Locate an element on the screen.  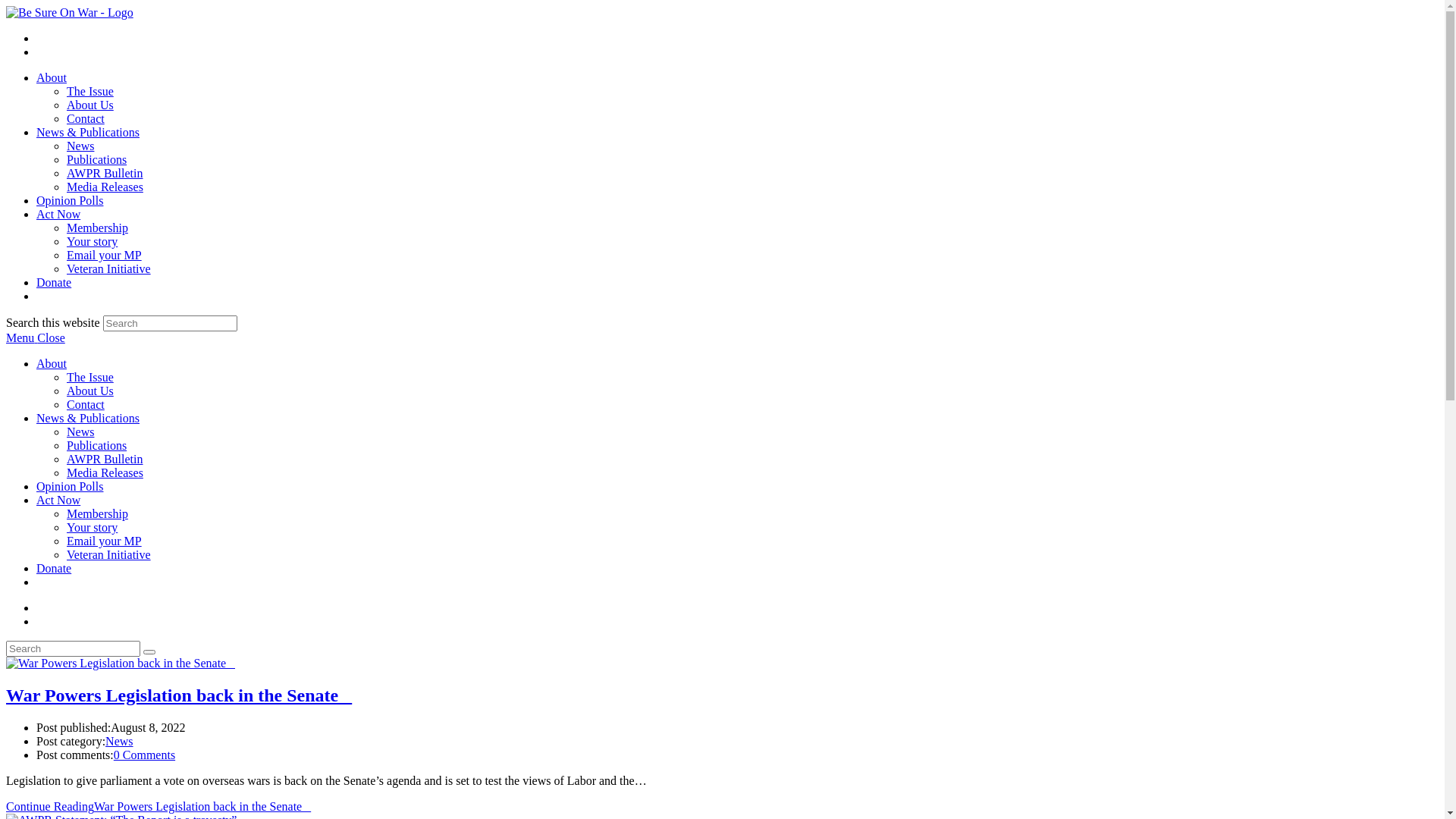
'Email your MP' is located at coordinates (103, 254).